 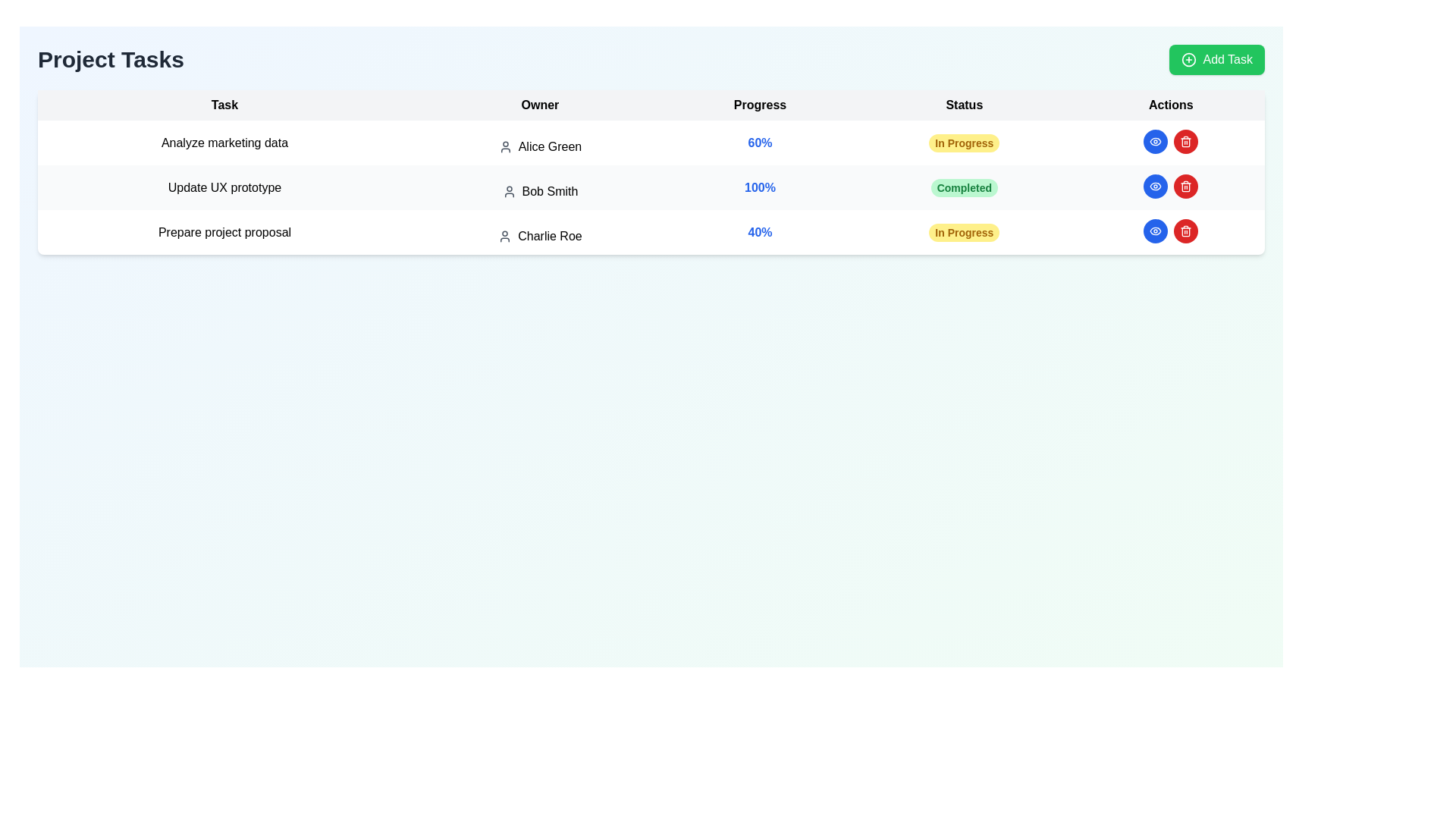 I want to click on the circular blue button with a white eye icon in the 'Actions' column of the second row of the task management table, so click(x=1154, y=186).